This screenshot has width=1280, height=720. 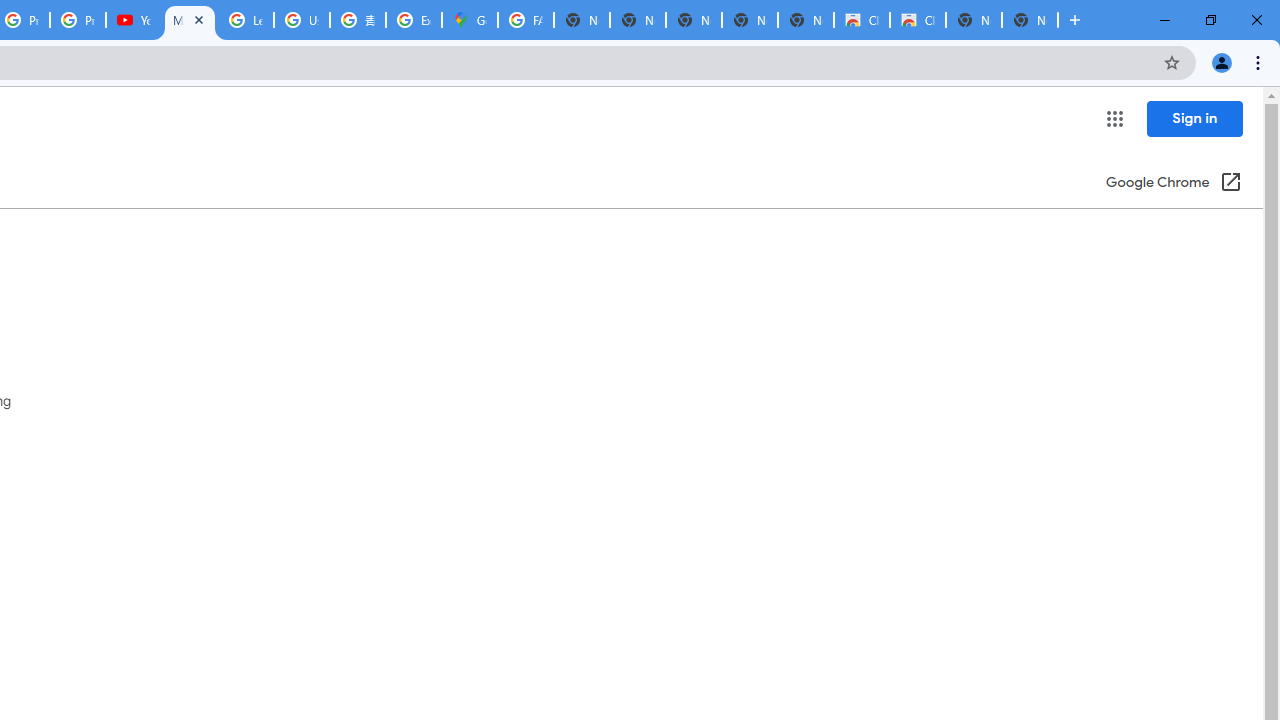 I want to click on 'Google Chrome (Open in a new window)', so click(x=1173, y=183).